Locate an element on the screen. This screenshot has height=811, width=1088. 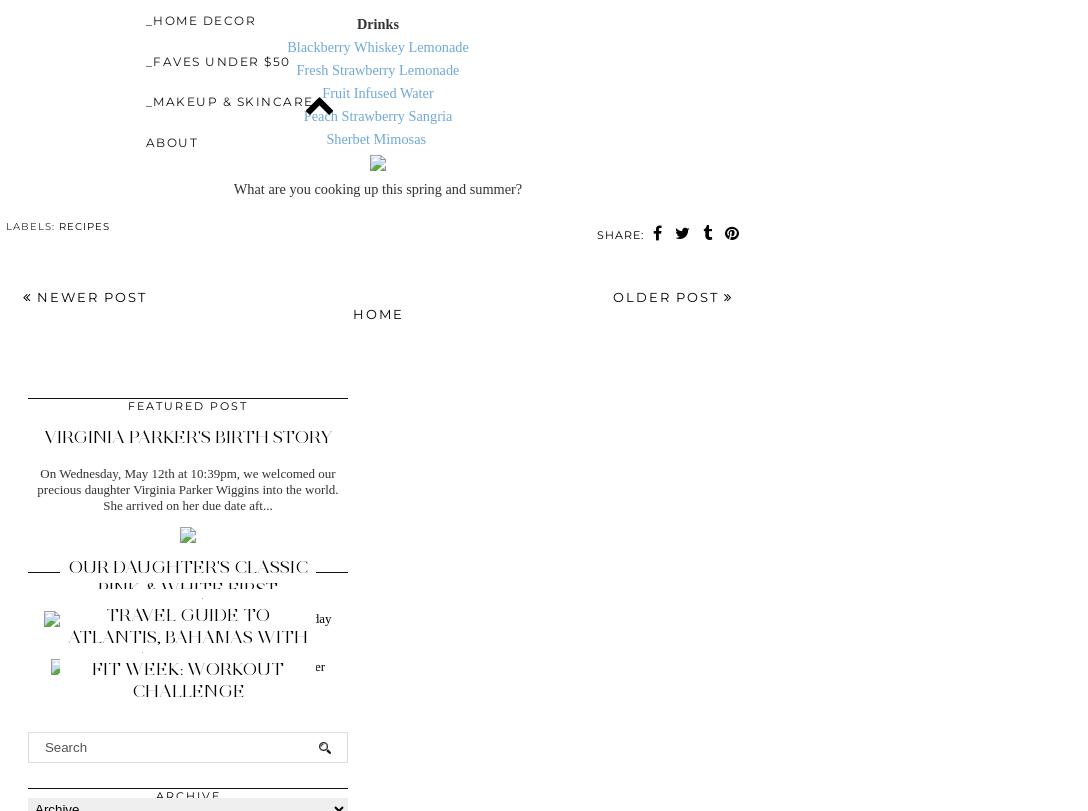
'SHARE:' is located at coordinates (620, 235).